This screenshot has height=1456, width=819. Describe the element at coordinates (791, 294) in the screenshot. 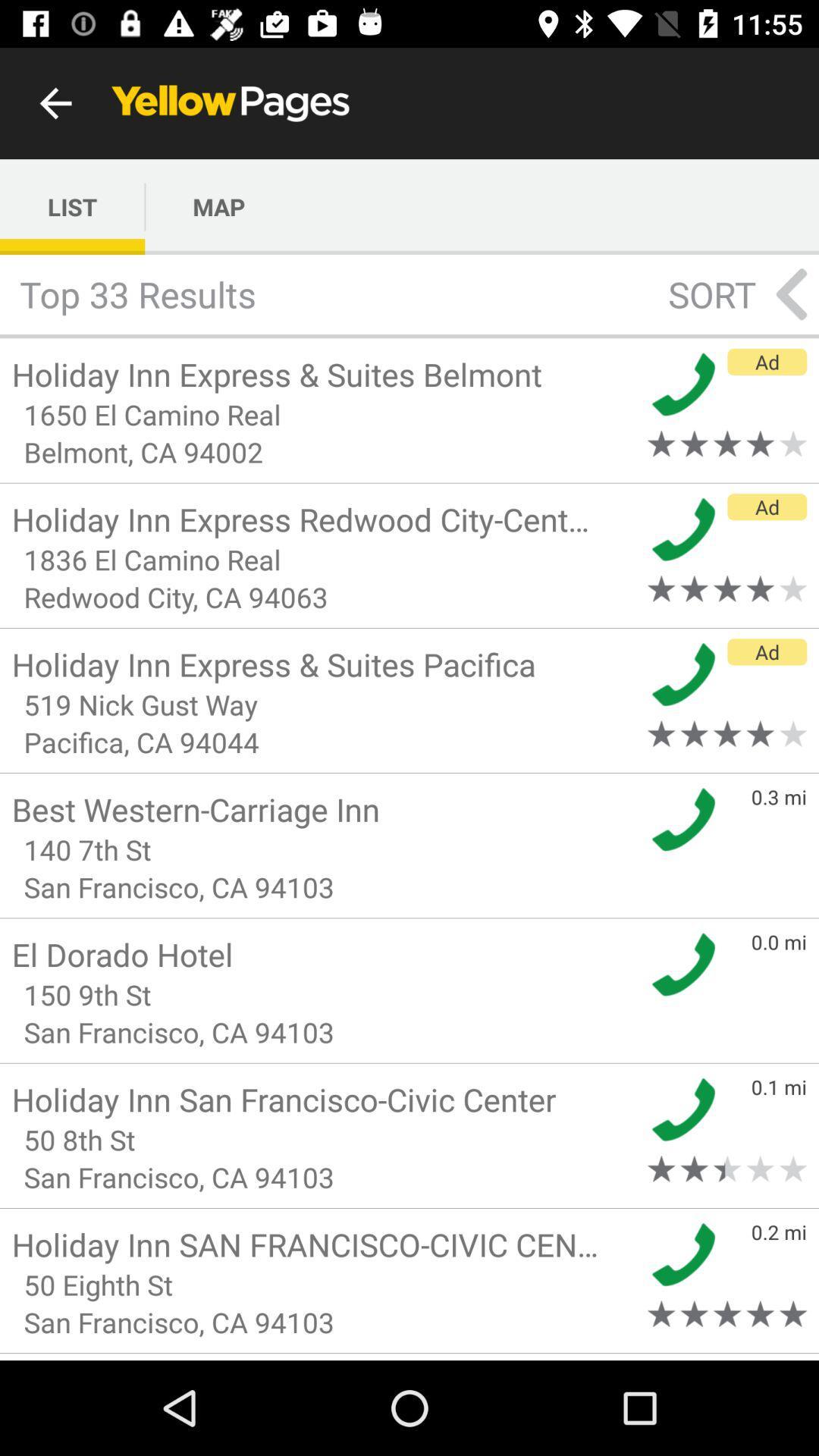

I see `the arrow_backward icon` at that location.